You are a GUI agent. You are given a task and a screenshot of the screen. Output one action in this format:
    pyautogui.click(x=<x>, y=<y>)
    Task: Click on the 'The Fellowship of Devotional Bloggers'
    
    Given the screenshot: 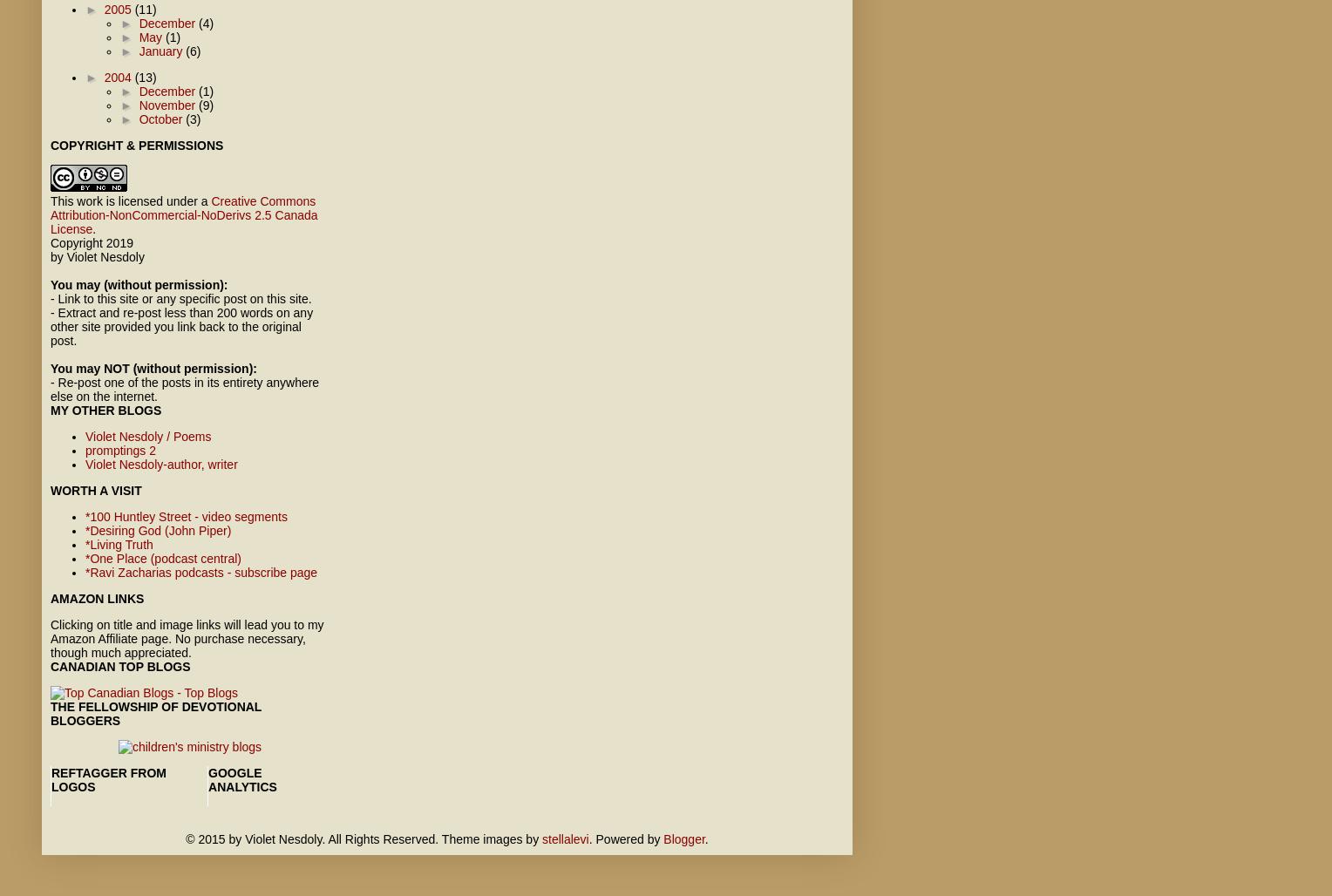 What is the action you would take?
    pyautogui.click(x=155, y=714)
    